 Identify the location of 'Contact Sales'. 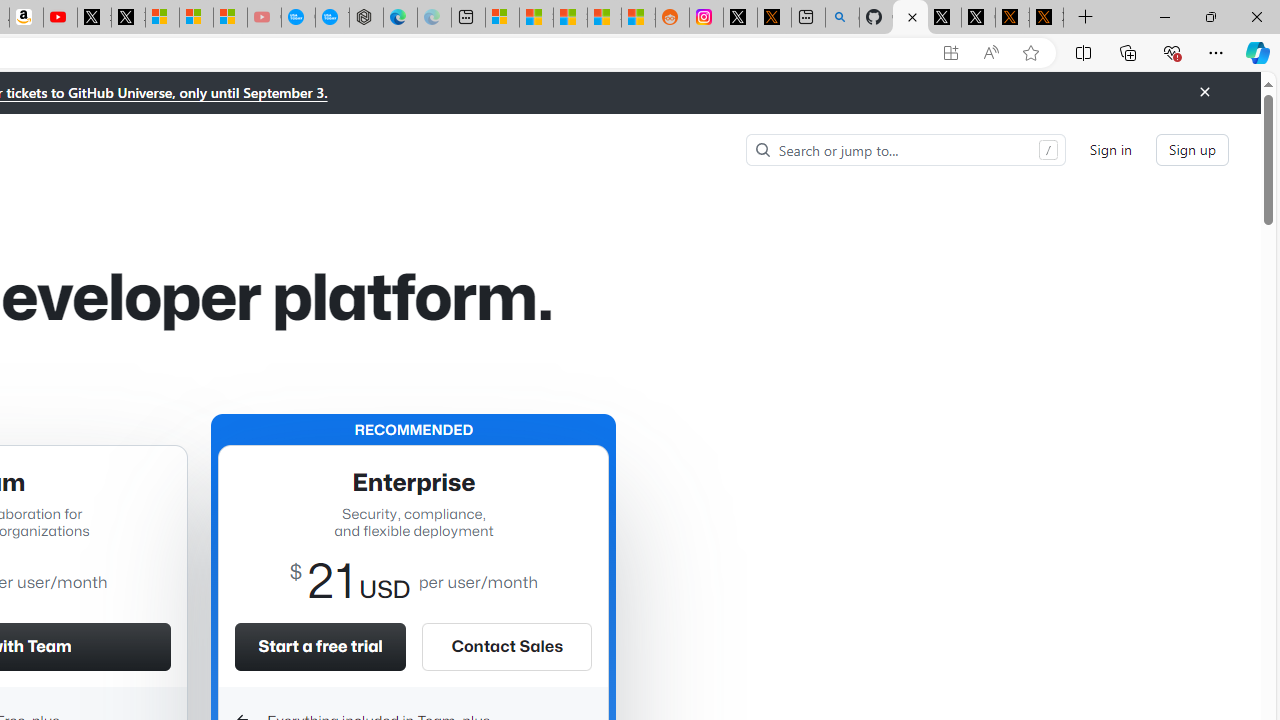
(506, 646).